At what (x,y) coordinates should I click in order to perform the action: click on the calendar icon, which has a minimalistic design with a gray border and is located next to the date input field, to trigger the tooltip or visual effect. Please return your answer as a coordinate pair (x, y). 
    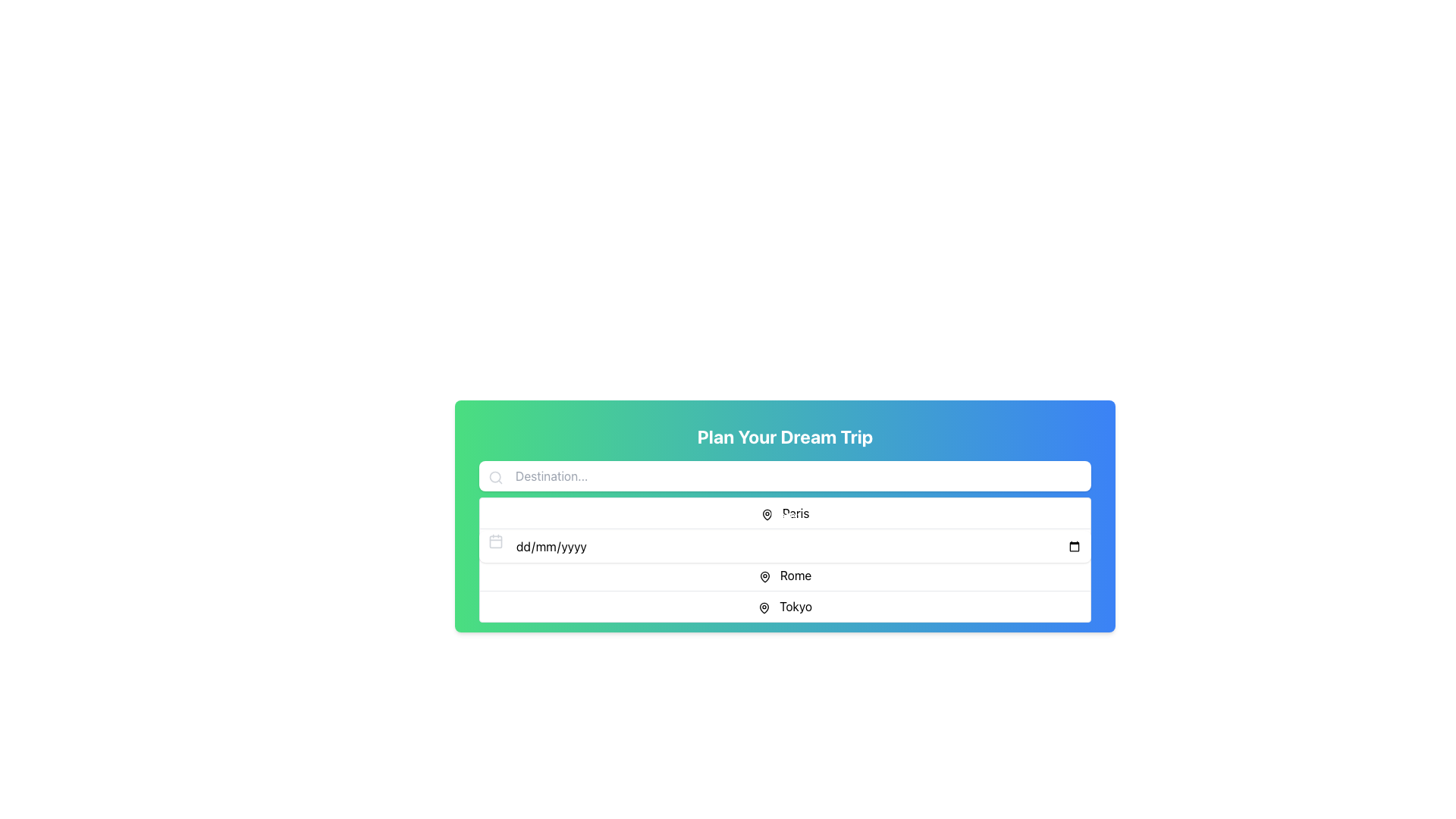
    Looking at the image, I should click on (495, 540).